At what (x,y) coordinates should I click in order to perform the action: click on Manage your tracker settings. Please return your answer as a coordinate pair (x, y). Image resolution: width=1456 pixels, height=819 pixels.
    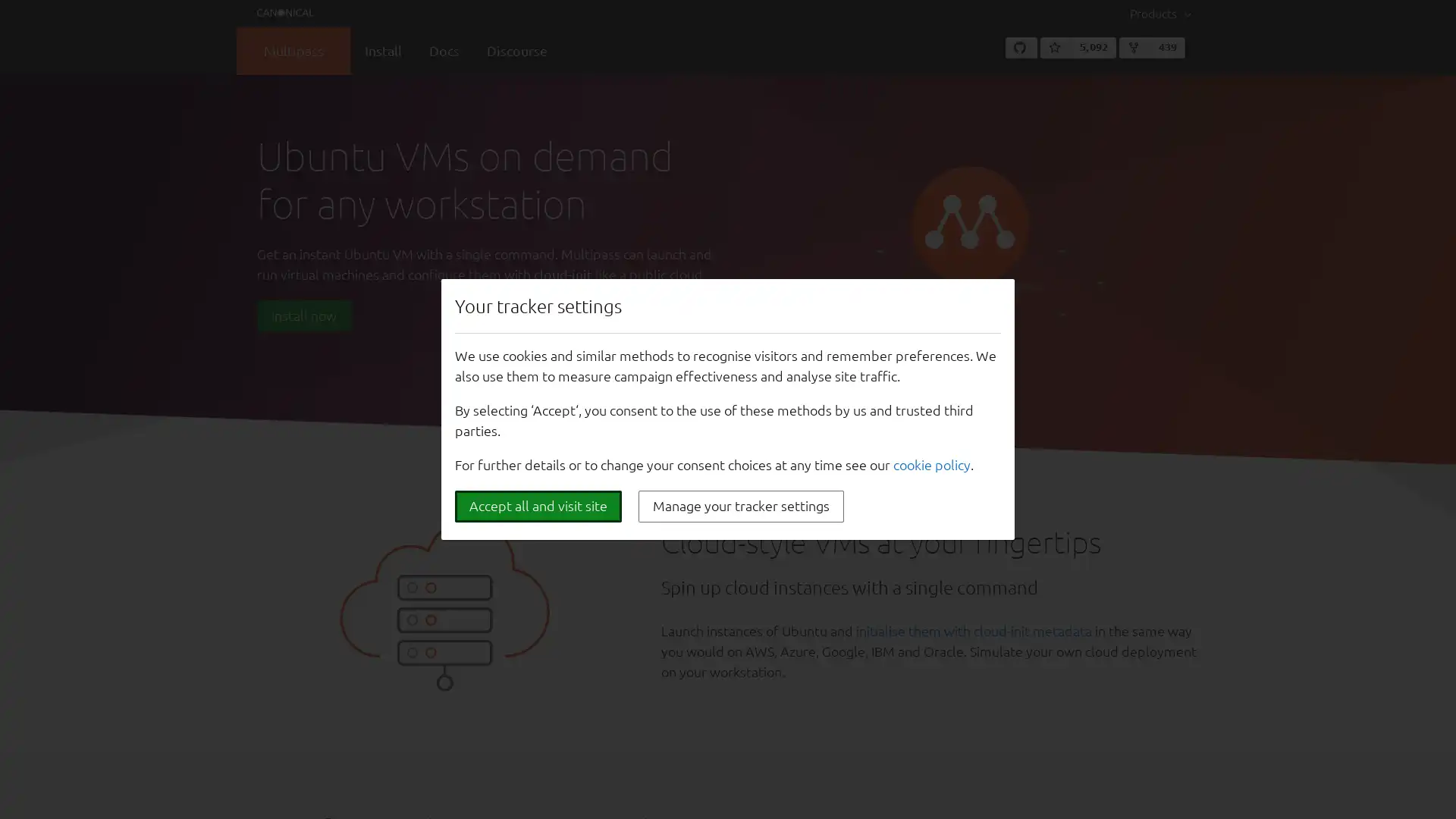
    Looking at the image, I should click on (741, 506).